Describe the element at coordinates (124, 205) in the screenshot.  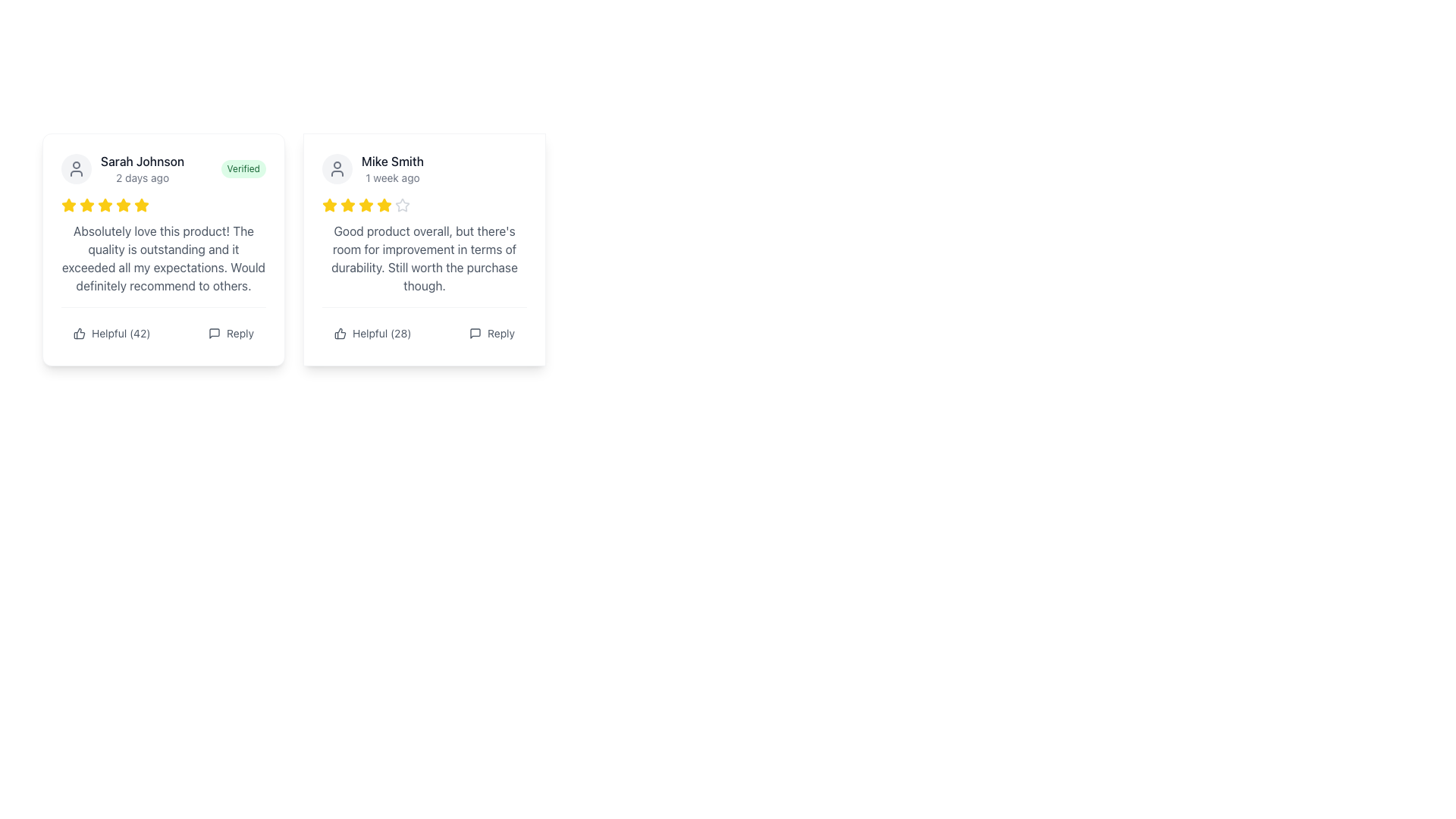
I see `the fifth star icon in the rating system located below the name 'Sarah Johnson' and her review` at that location.